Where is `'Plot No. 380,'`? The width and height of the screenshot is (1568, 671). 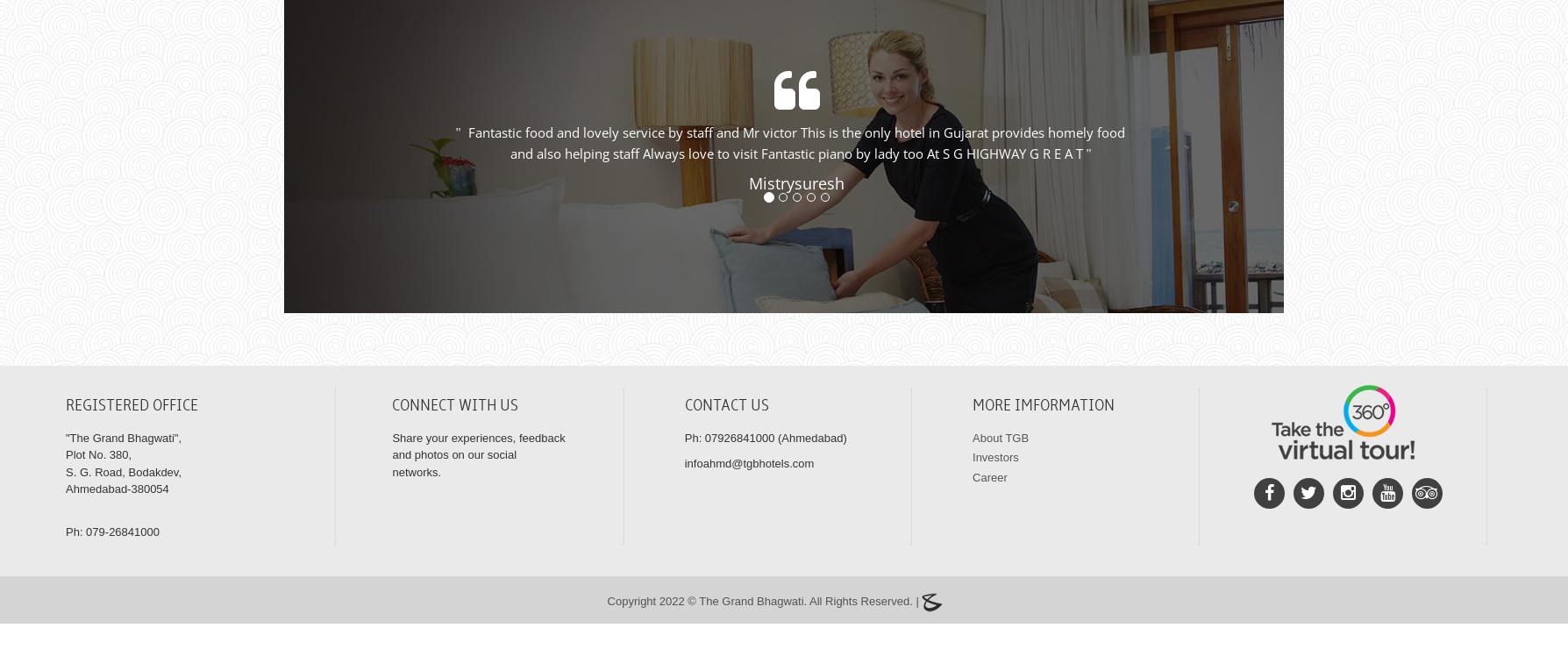 'Plot No. 380,' is located at coordinates (98, 475).